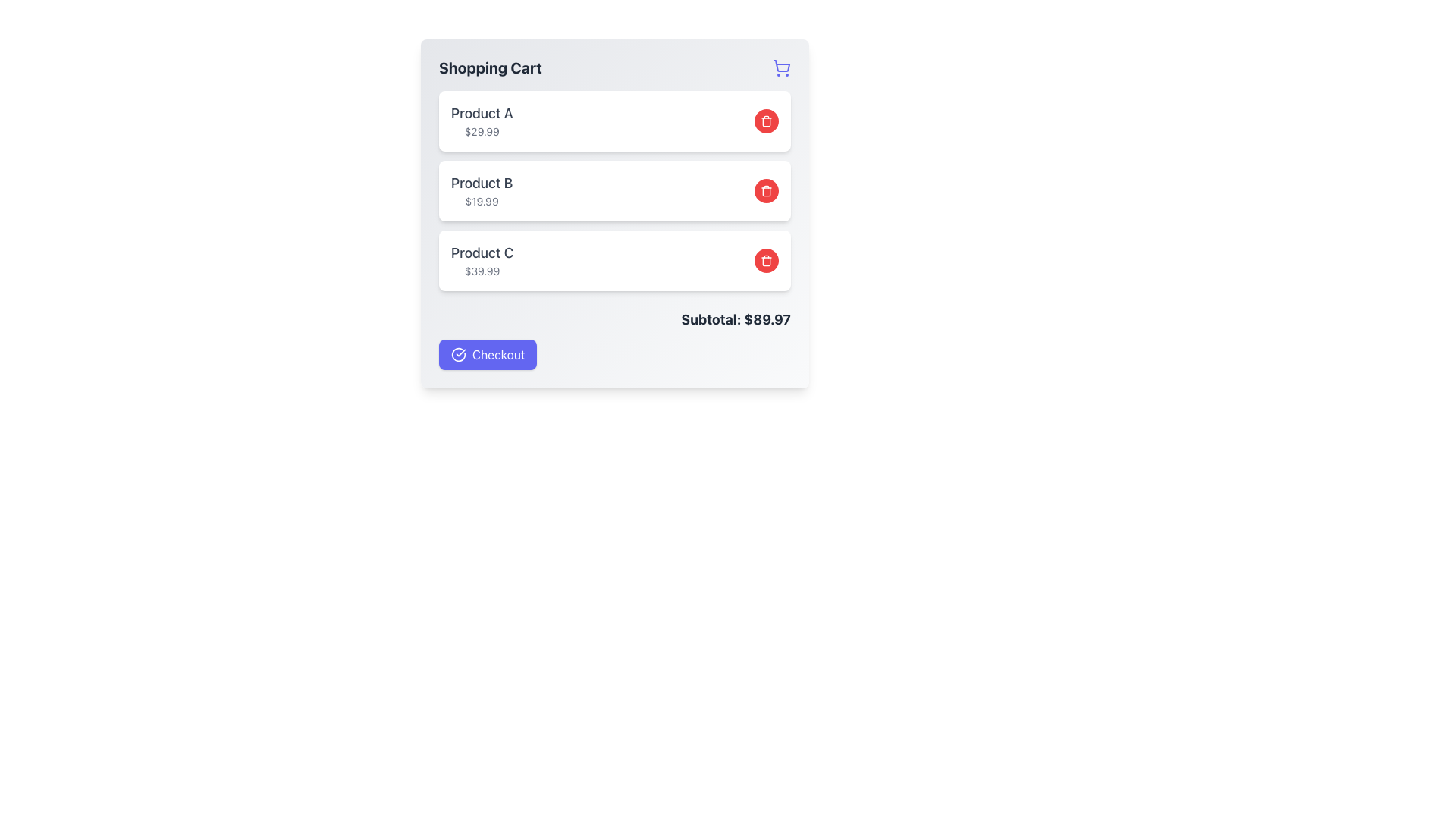  What do you see at coordinates (767, 190) in the screenshot?
I see `the circular red button with a white trash can icon located on the right end of the product listing for 'Product B' priced at '$19.99'` at bounding box center [767, 190].